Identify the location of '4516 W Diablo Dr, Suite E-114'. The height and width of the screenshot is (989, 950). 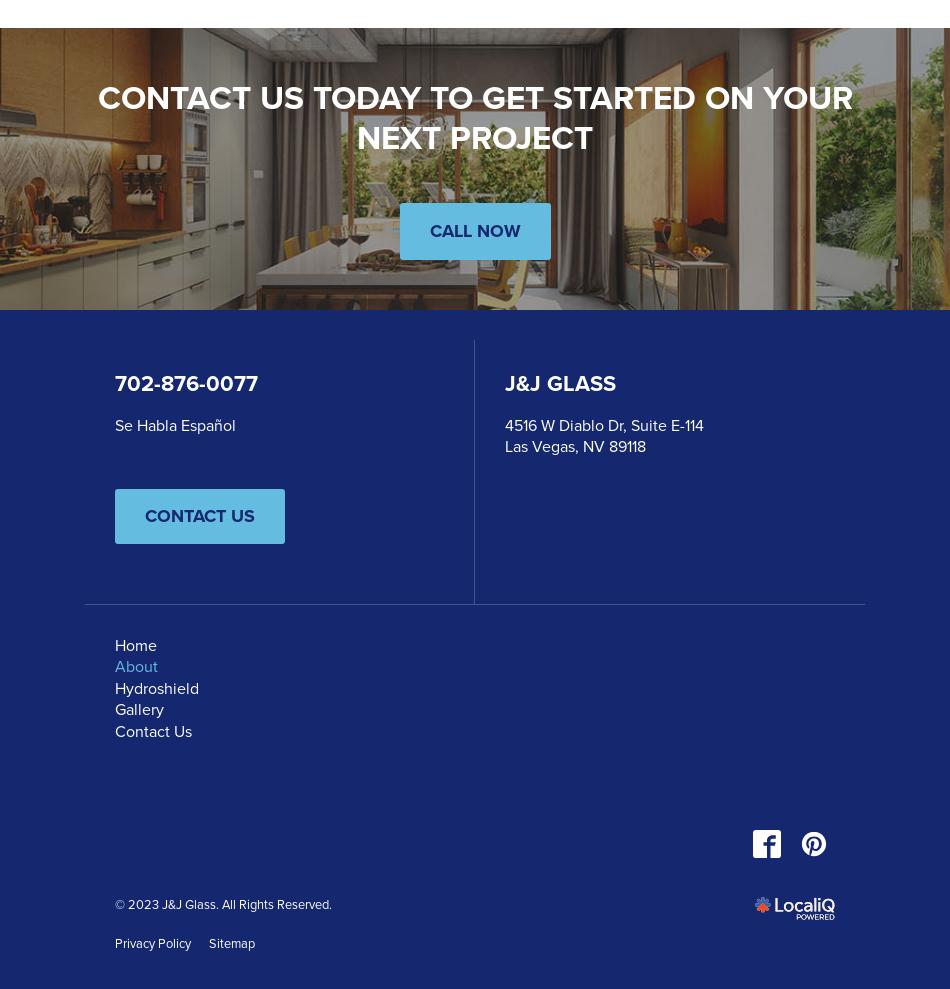
(604, 424).